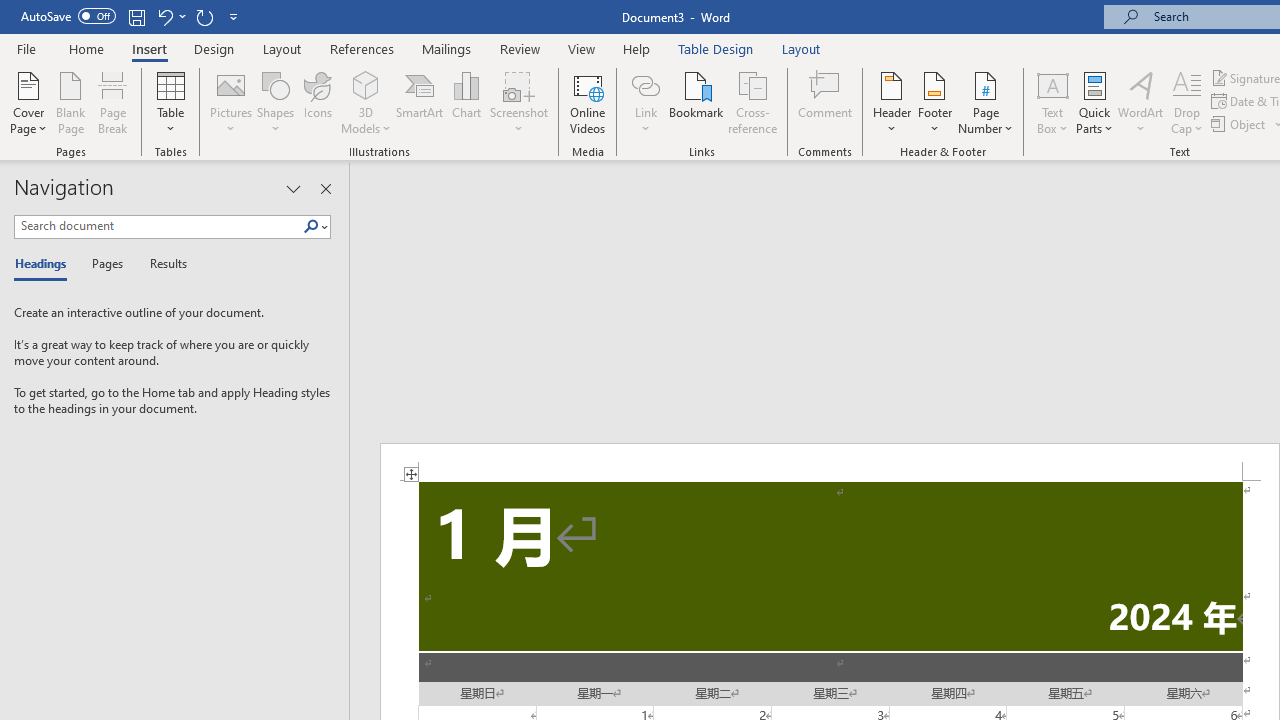 The image size is (1280, 720). I want to click on 'Customize Quick Access Toolbar', so click(234, 16).